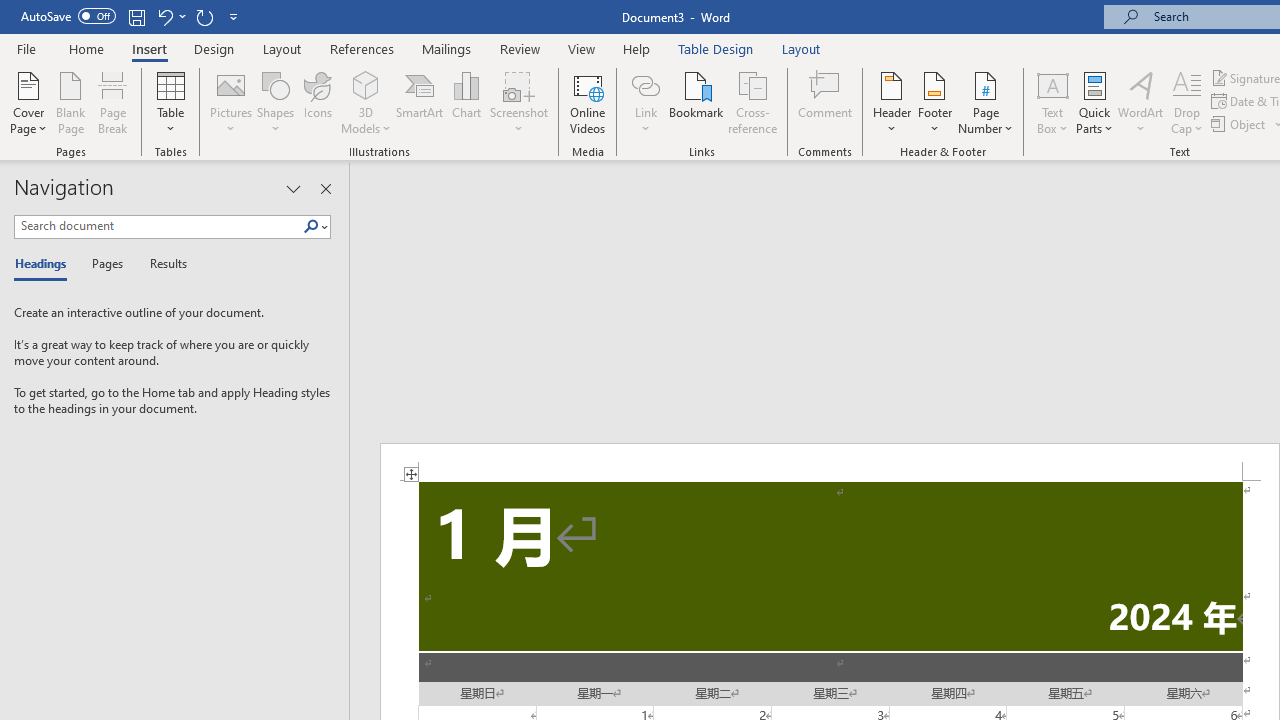 The image size is (1280, 720). I want to click on 'Customize Quick Access Toolbar', so click(234, 16).